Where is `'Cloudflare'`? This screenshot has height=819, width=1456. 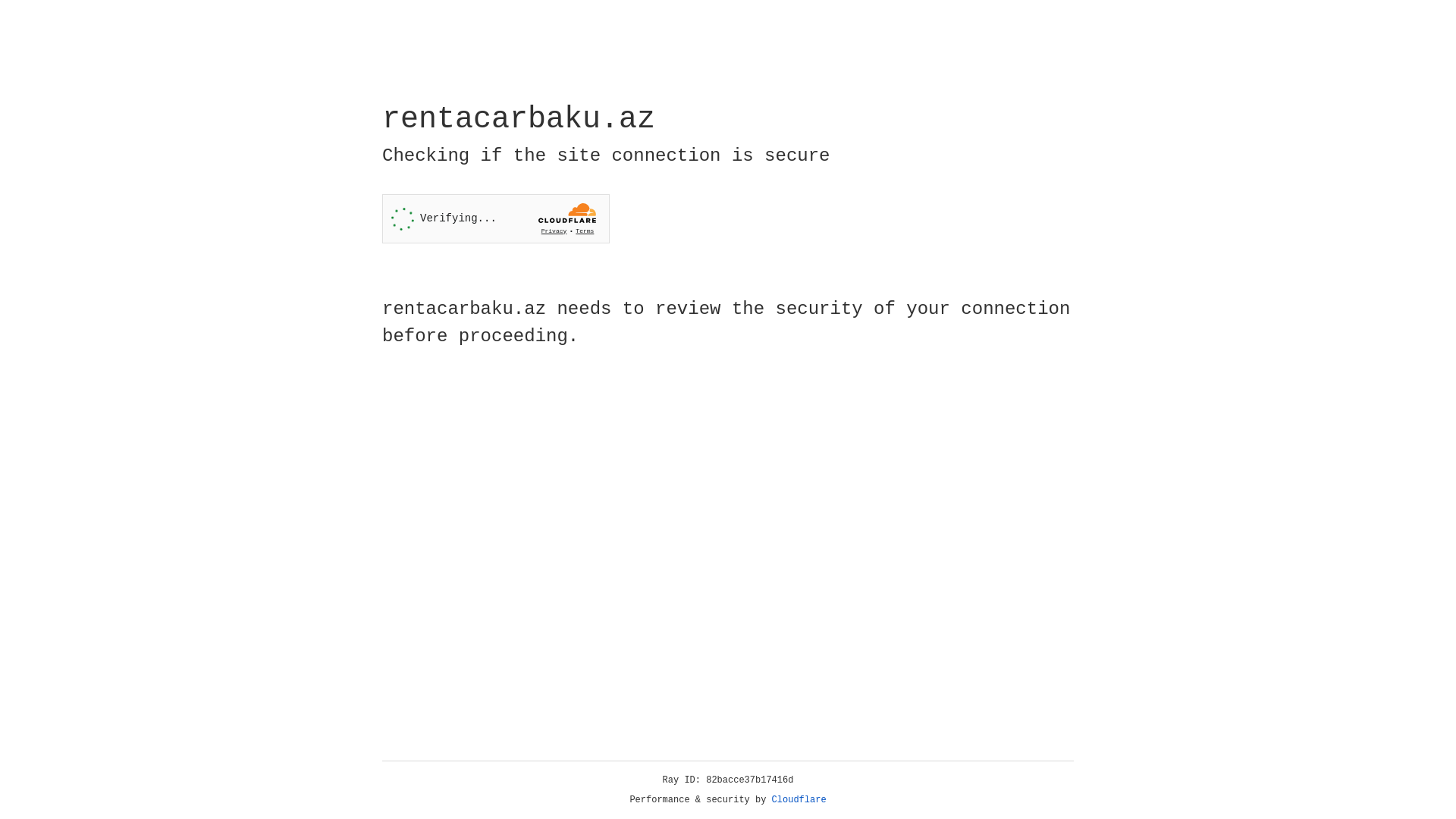
'Cloudflare' is located at coordinates (771, 799).